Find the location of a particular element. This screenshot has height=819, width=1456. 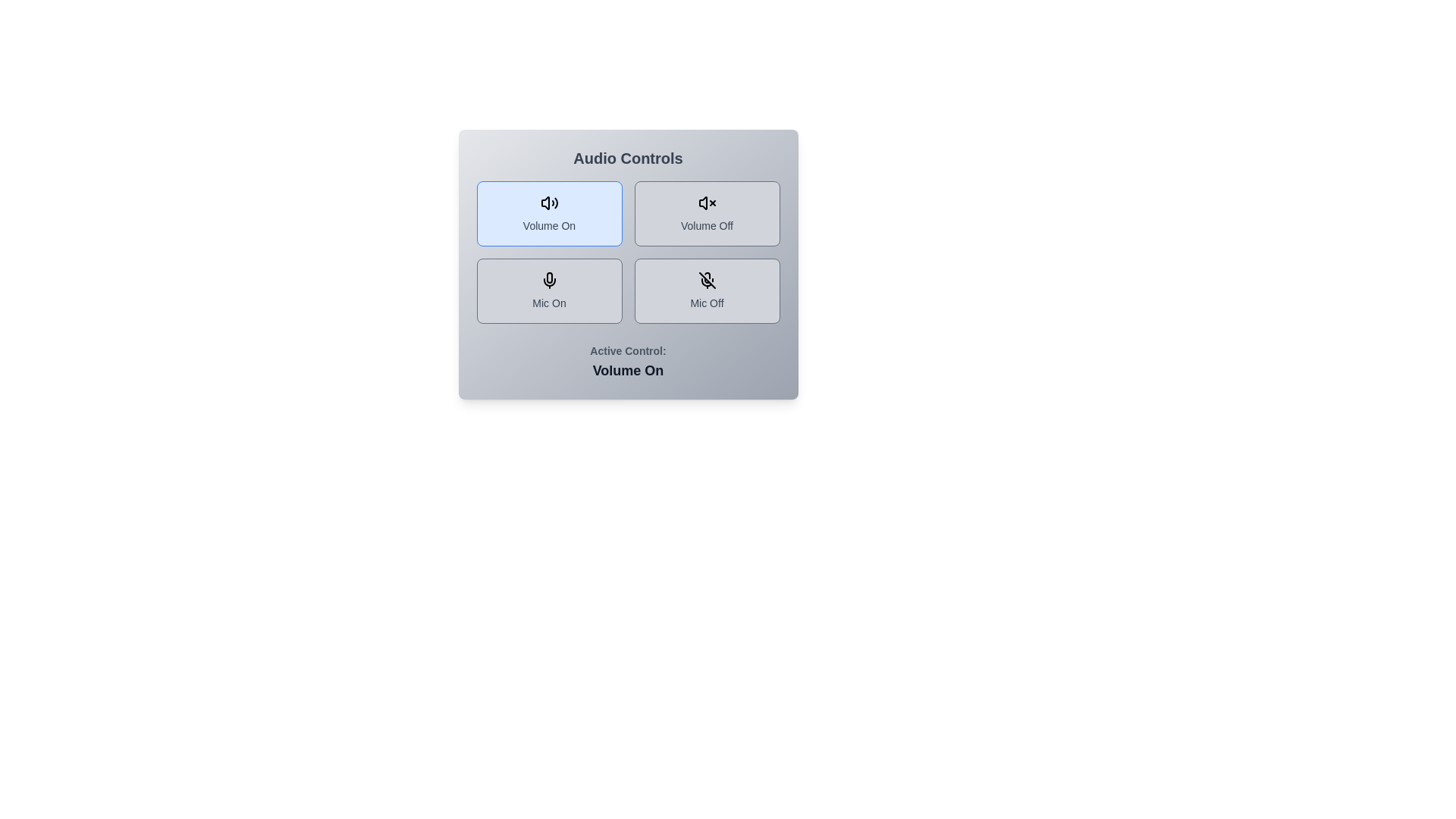

the control option Volume Off by clicking its corresponding button is located at coordinates (706, 213).